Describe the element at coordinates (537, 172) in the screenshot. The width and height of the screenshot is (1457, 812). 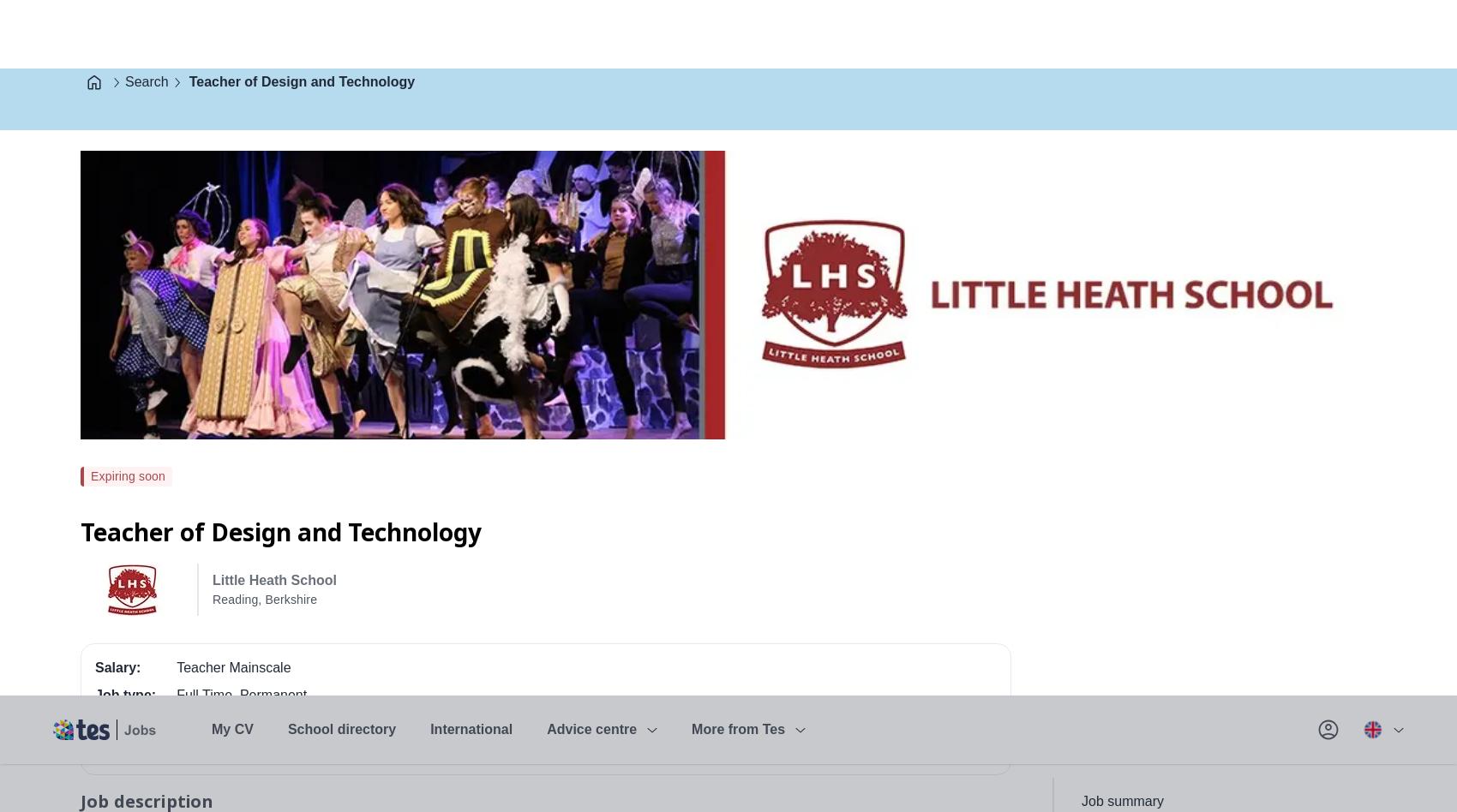
I see `'We are seeking to appoint an inspirational and enthusiastic teacher of design and technology across all Key Stages. This will be a significant teaching role within a growing Technology team, at a time when the department is expanding through the development of a new KS3 Curriculum and the introduction of new courses at both KS4 and KS5.   The successful candidate will have an opportunity to contribute to curriculum developments at KS3, KS4 and KS5.'` at that location.